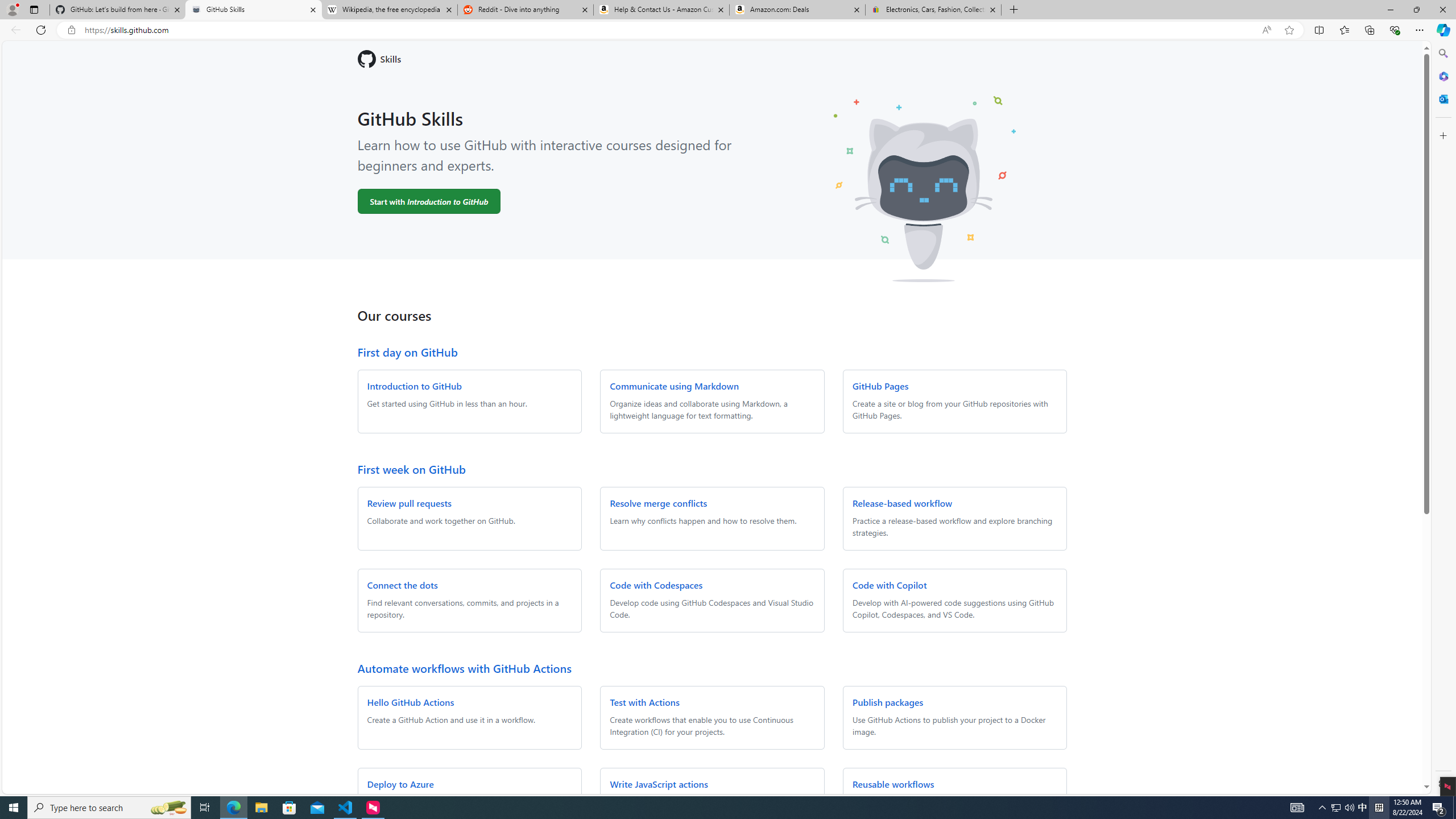 The image size is (1456, 819). I want to click on 'GitHub Skills', so click(253, 9).